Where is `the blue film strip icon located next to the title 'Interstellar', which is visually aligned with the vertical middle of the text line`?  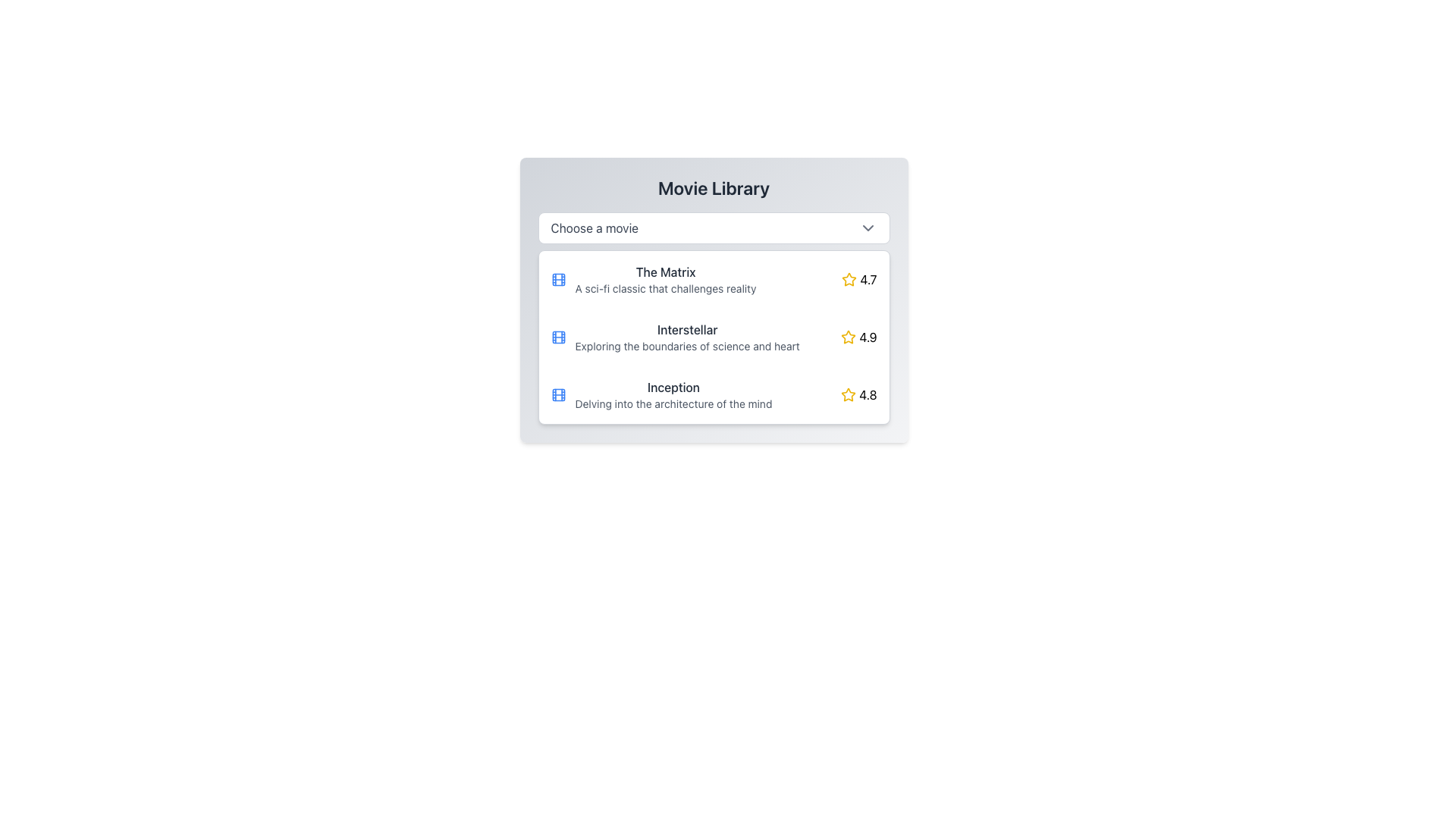
the blue film strip icon located next to the title 'Interstellar', which is visually aligned with the vertical middle of the text line is located at coordinates (557, 336).